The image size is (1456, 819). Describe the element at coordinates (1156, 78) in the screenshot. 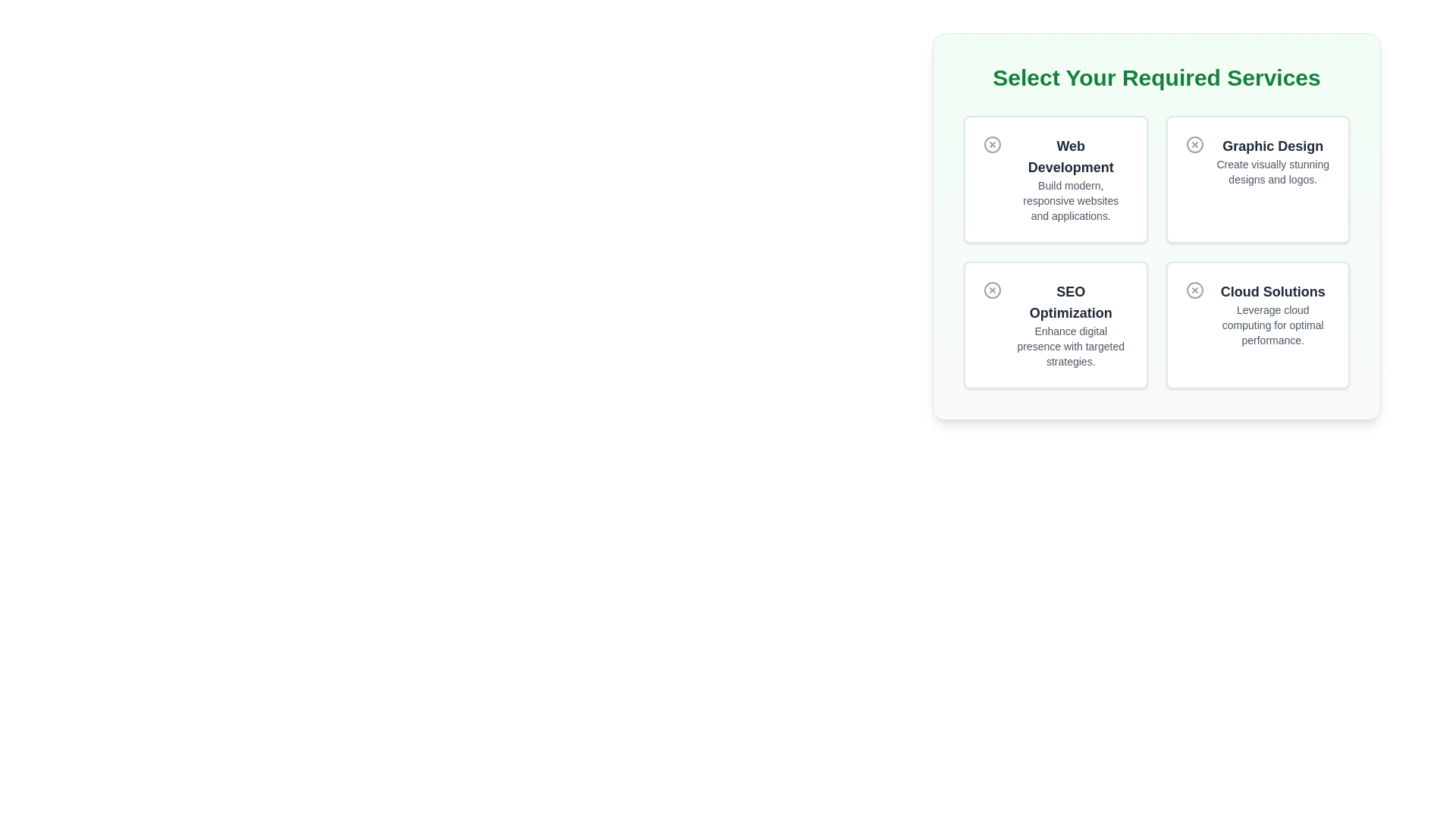

I see `the static text header that displays 'Select Your Required Services', which is bold, large, and green, located at the top section of its containing box` at that location.